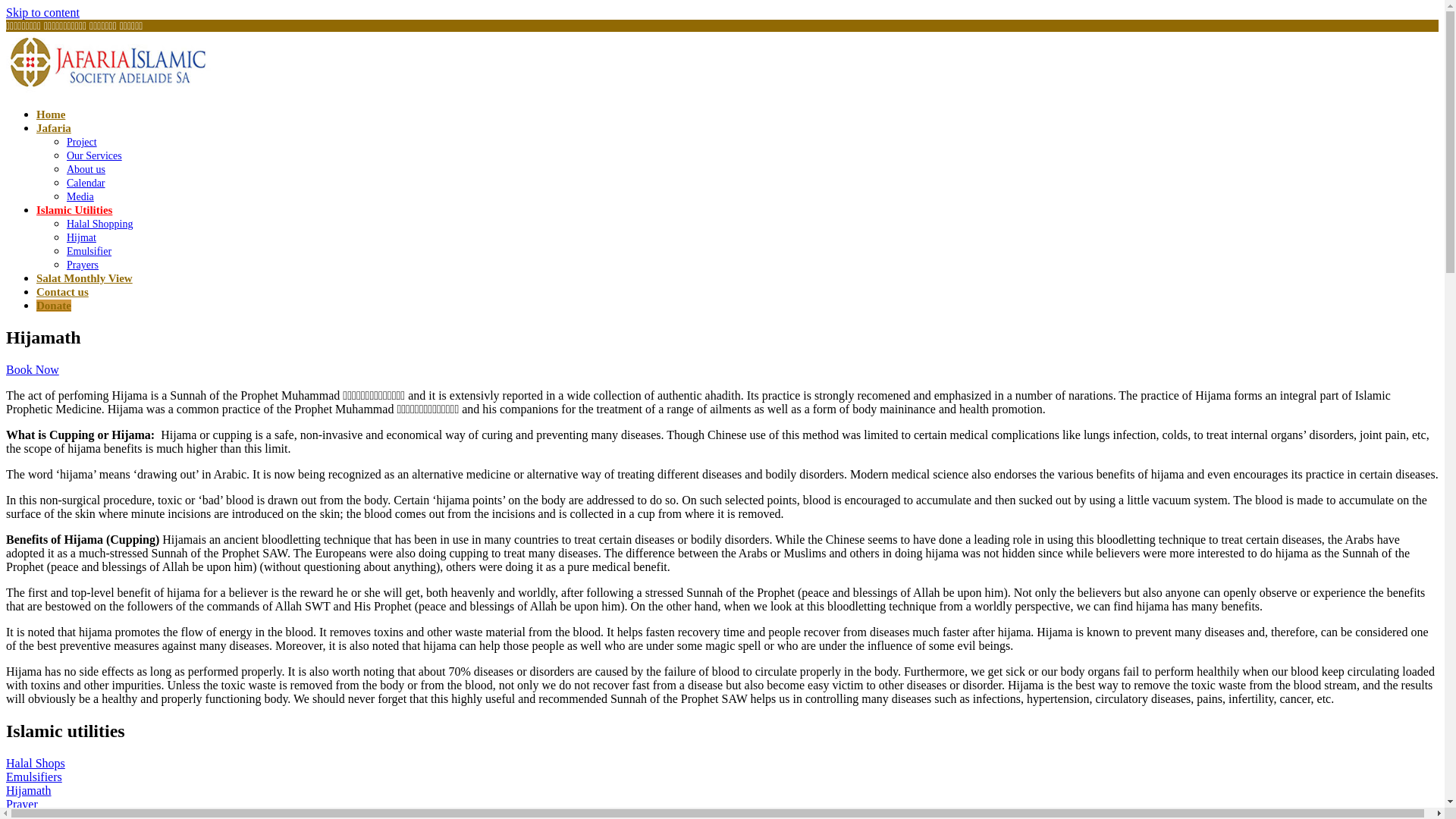 Image resolution: width=1456 pixels, height=819 pixels. Describe the element at coordinates (36, 113) in the screenshot. I see `'Home'` at that location.